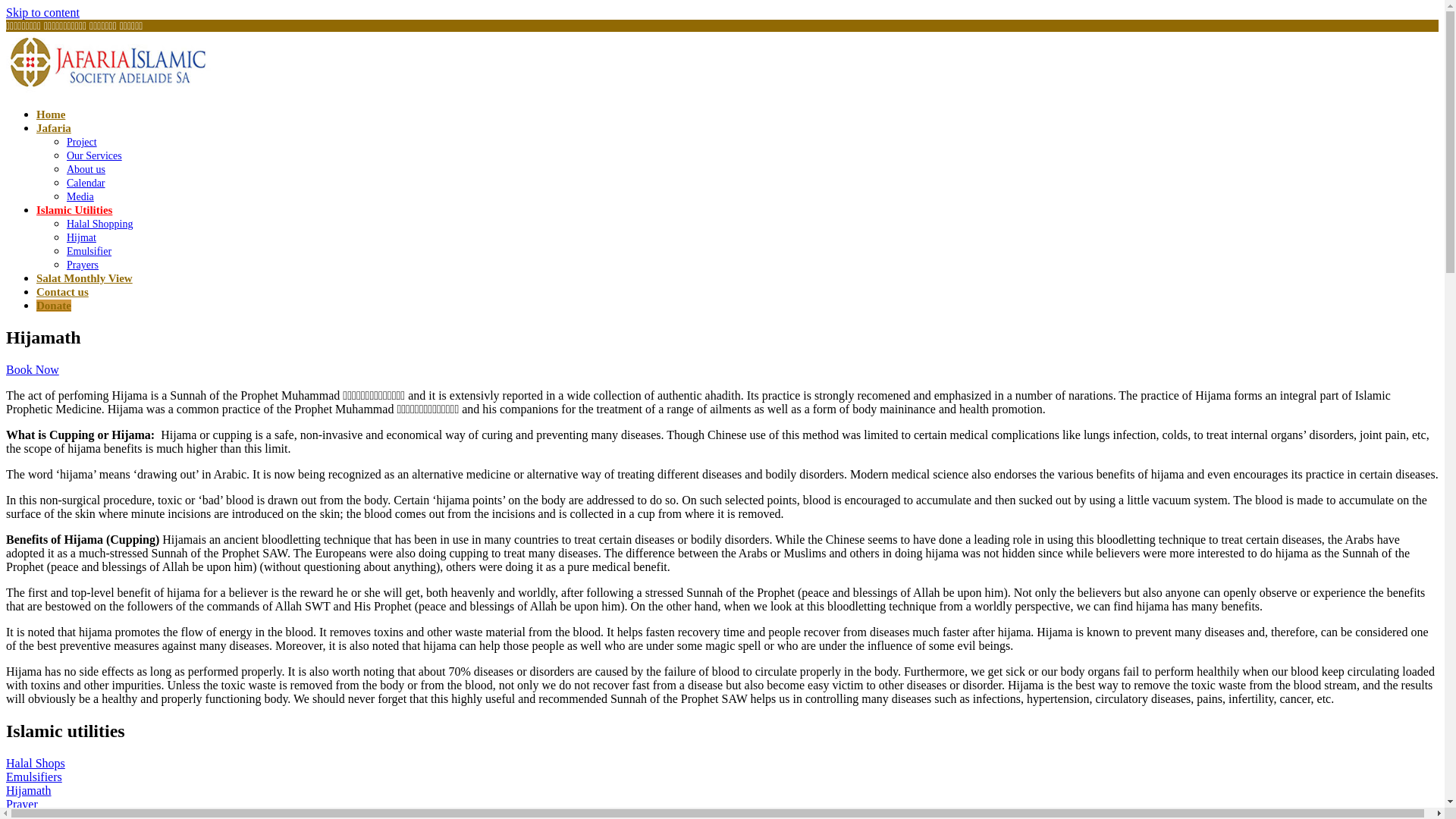 Image resolution: width=1456 pixels, height=819 pixels. Describe the element at coordinates (36, 113) in the screenshot. I see `'Home'` at that location.